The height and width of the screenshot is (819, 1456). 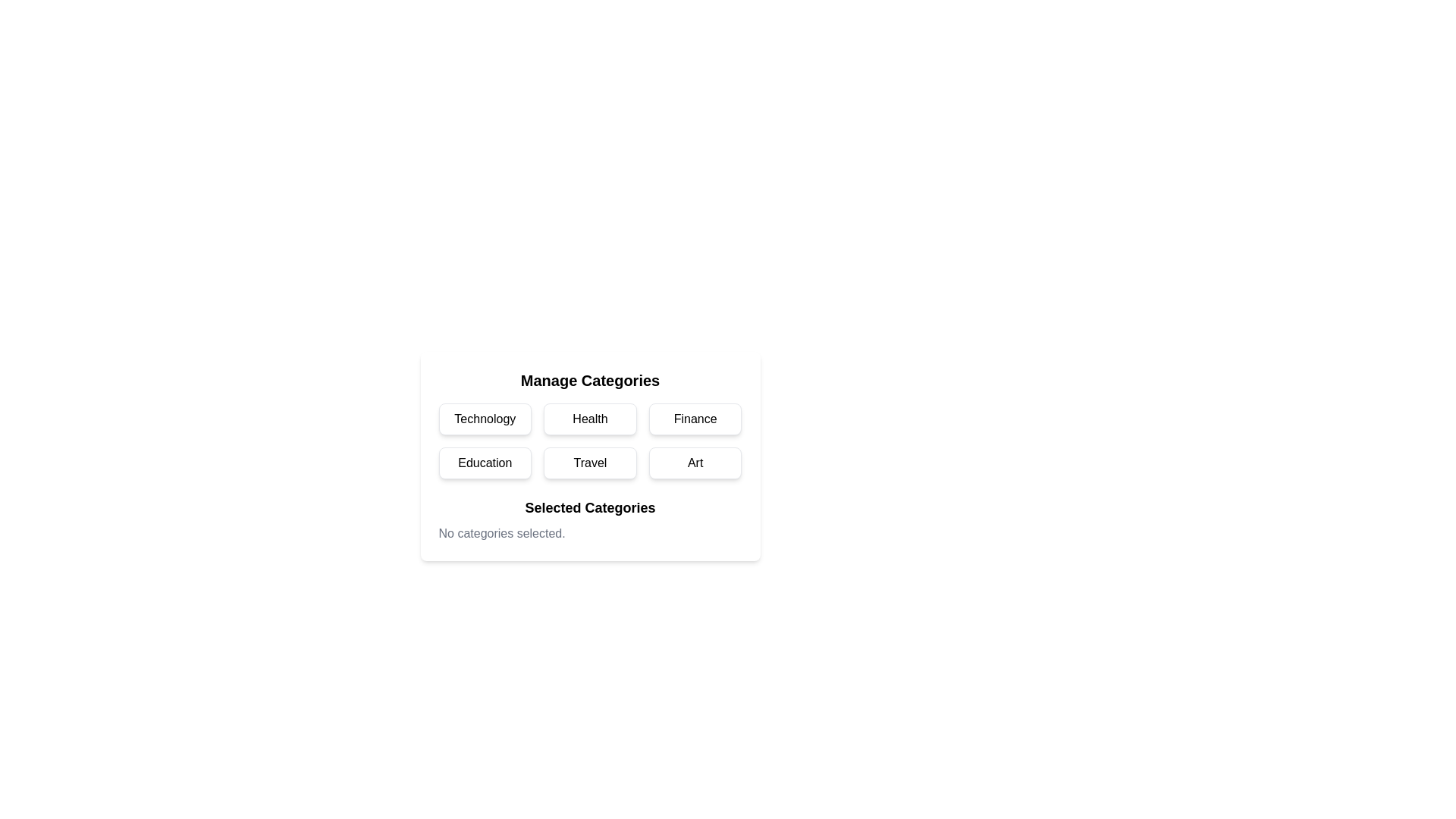 What do you see at coordinates (484, 419) in the screenshot?
I see `the 'Technology' button, which is a rectangular button with bold black text on a white background and rounded corners` at bounding box center [484, 419].